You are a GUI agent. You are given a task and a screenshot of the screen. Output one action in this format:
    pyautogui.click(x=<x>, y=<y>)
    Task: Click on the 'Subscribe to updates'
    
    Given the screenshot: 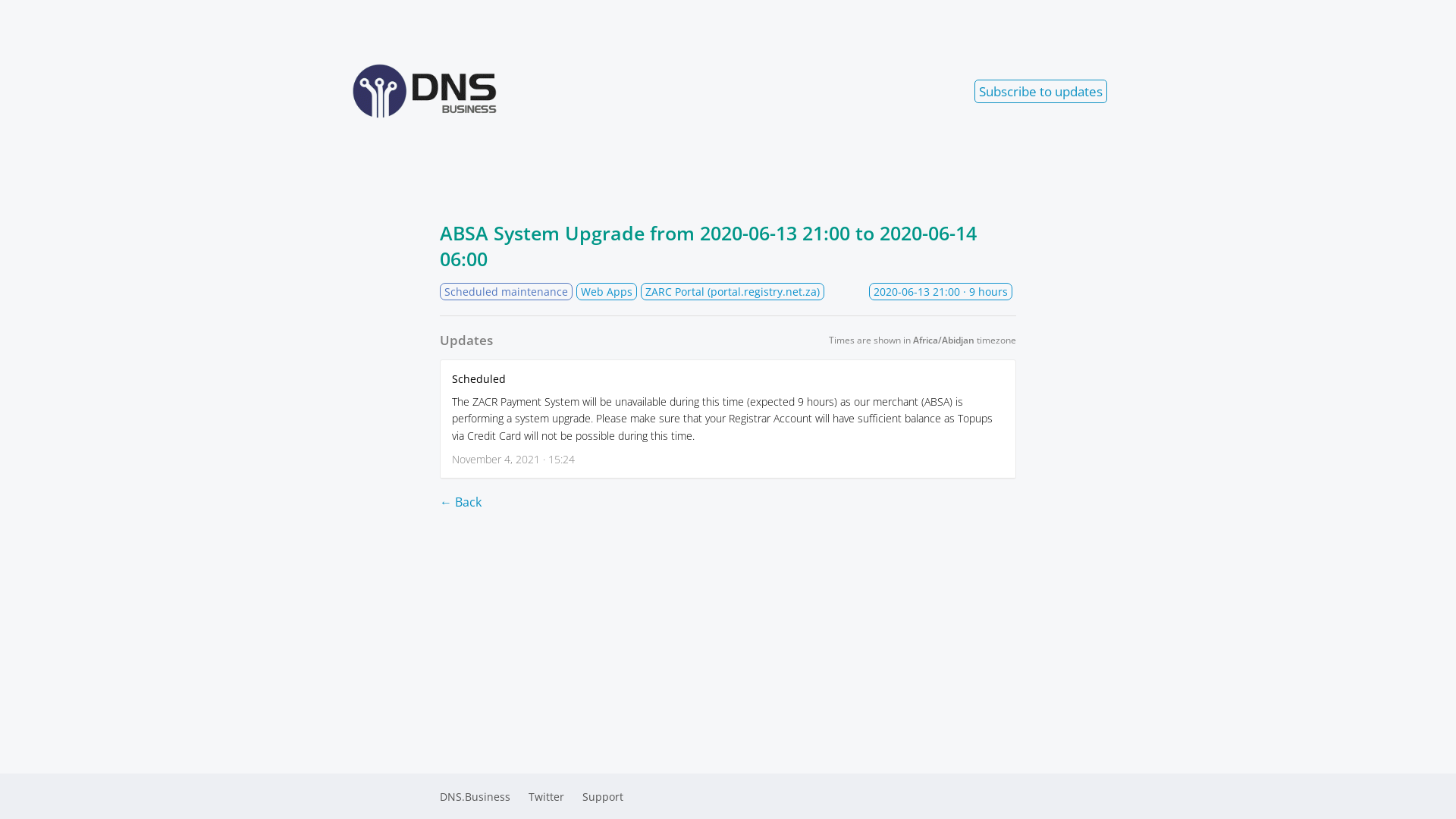 What is the action you would take?
    pyautogui.click(x=1040, y=90)
    